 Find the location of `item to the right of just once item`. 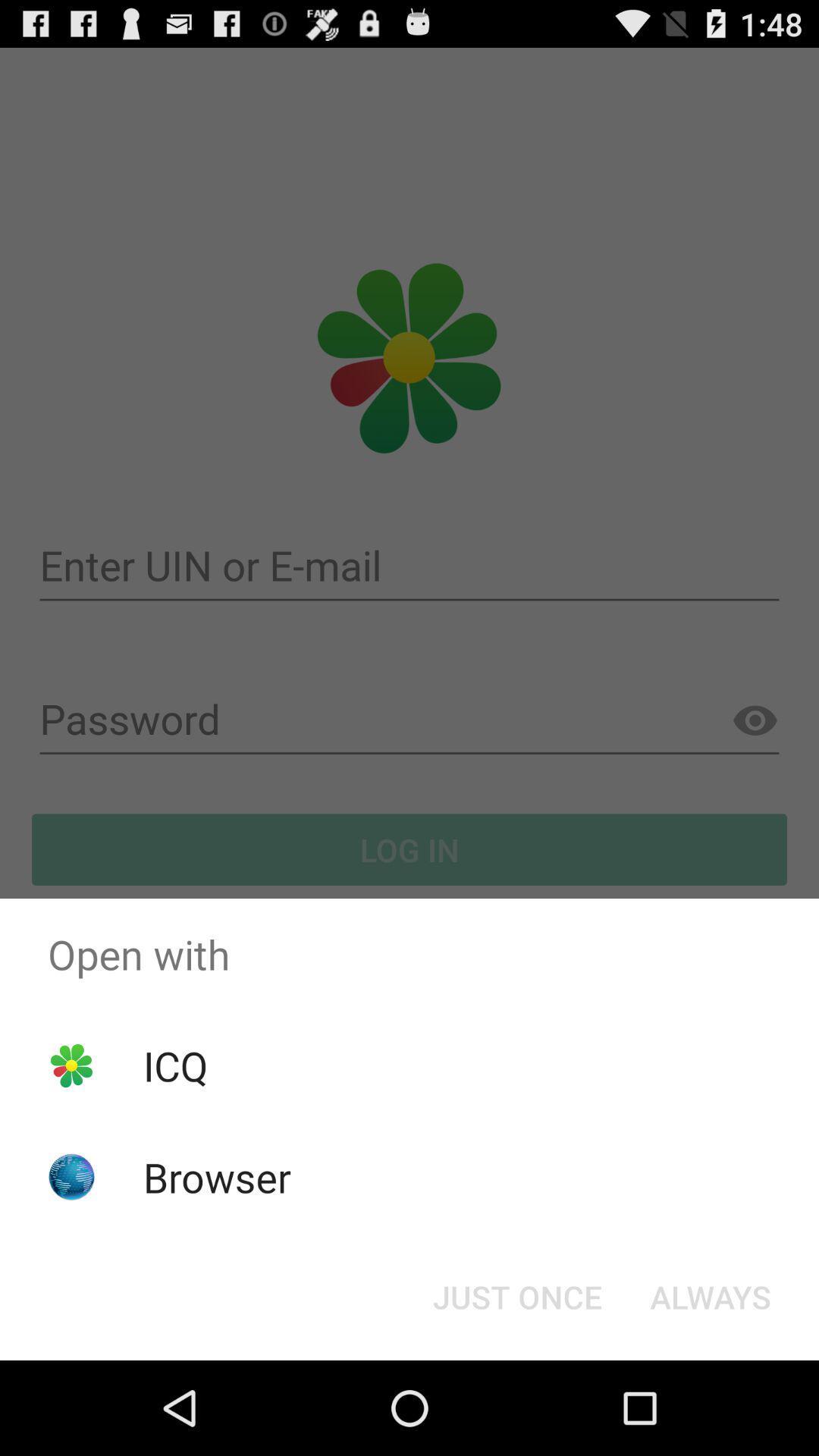

item to the right of just once item is located at coordinates (711, 1295).